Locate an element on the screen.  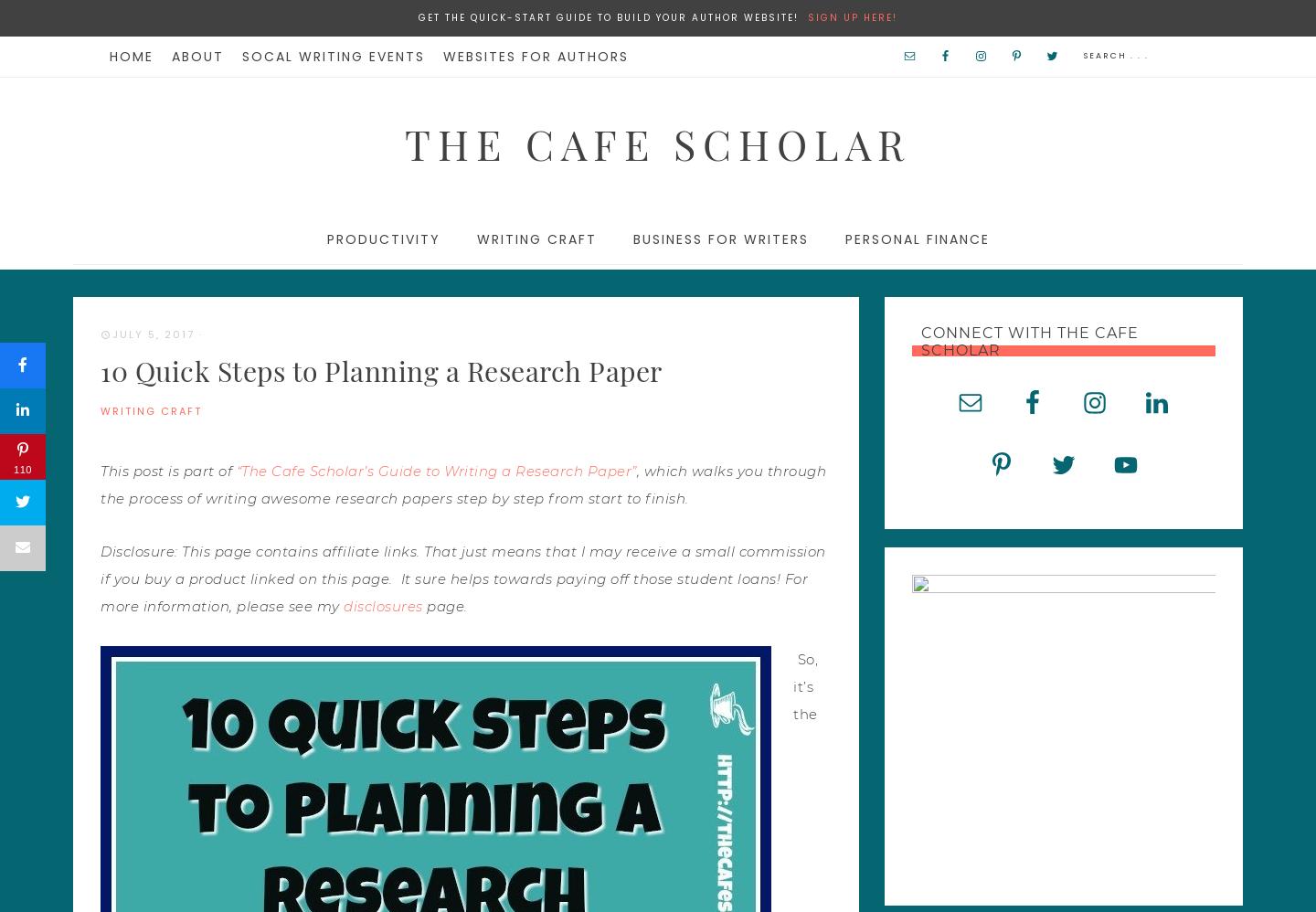
'The Cafe Scholar' is located at coordinates (404, 142).